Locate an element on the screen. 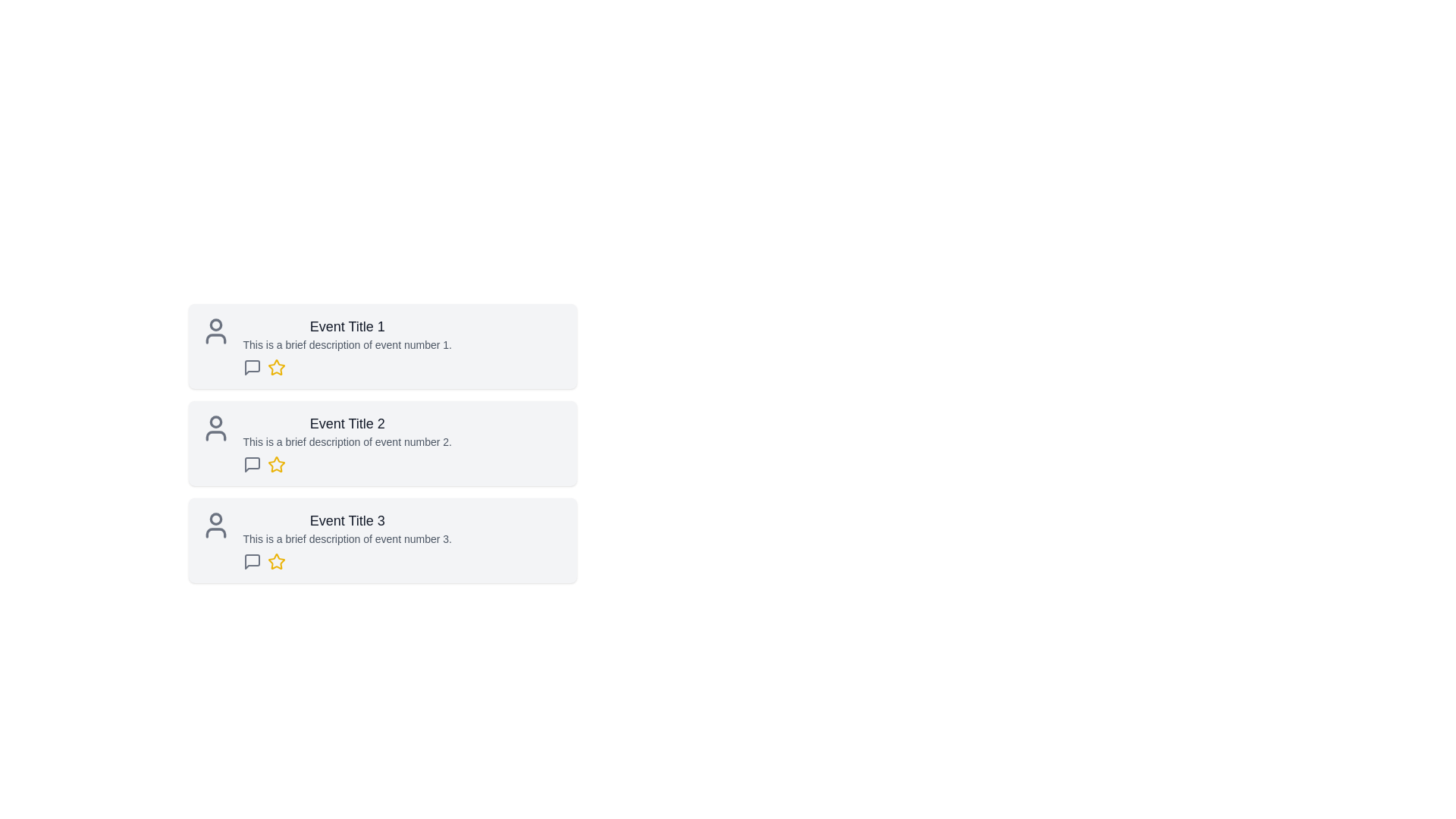 Image resolution: width=1456 pixels, height=819 pixels. the text label reading 'Event Title 3', which is styled in bold dark gray text against a light gray background, located in the third event list item is located at coordinates (347, 519).